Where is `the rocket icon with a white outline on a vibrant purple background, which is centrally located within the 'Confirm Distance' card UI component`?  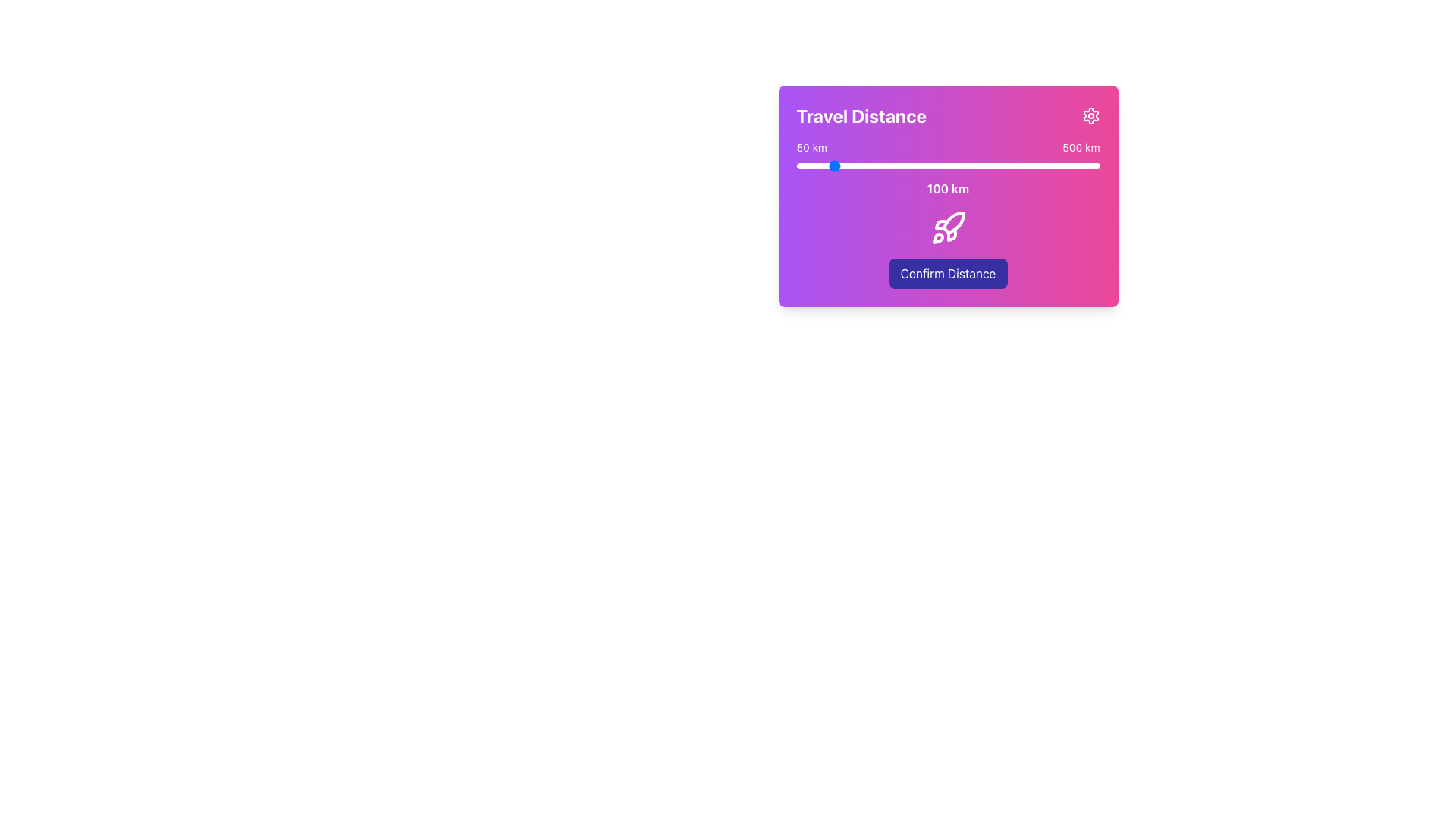
the rocket icon with a white outline on a vibrant purple background, which is centrally located within the 'Confirm Distance' card UI component is located at coordinates (947, 227).